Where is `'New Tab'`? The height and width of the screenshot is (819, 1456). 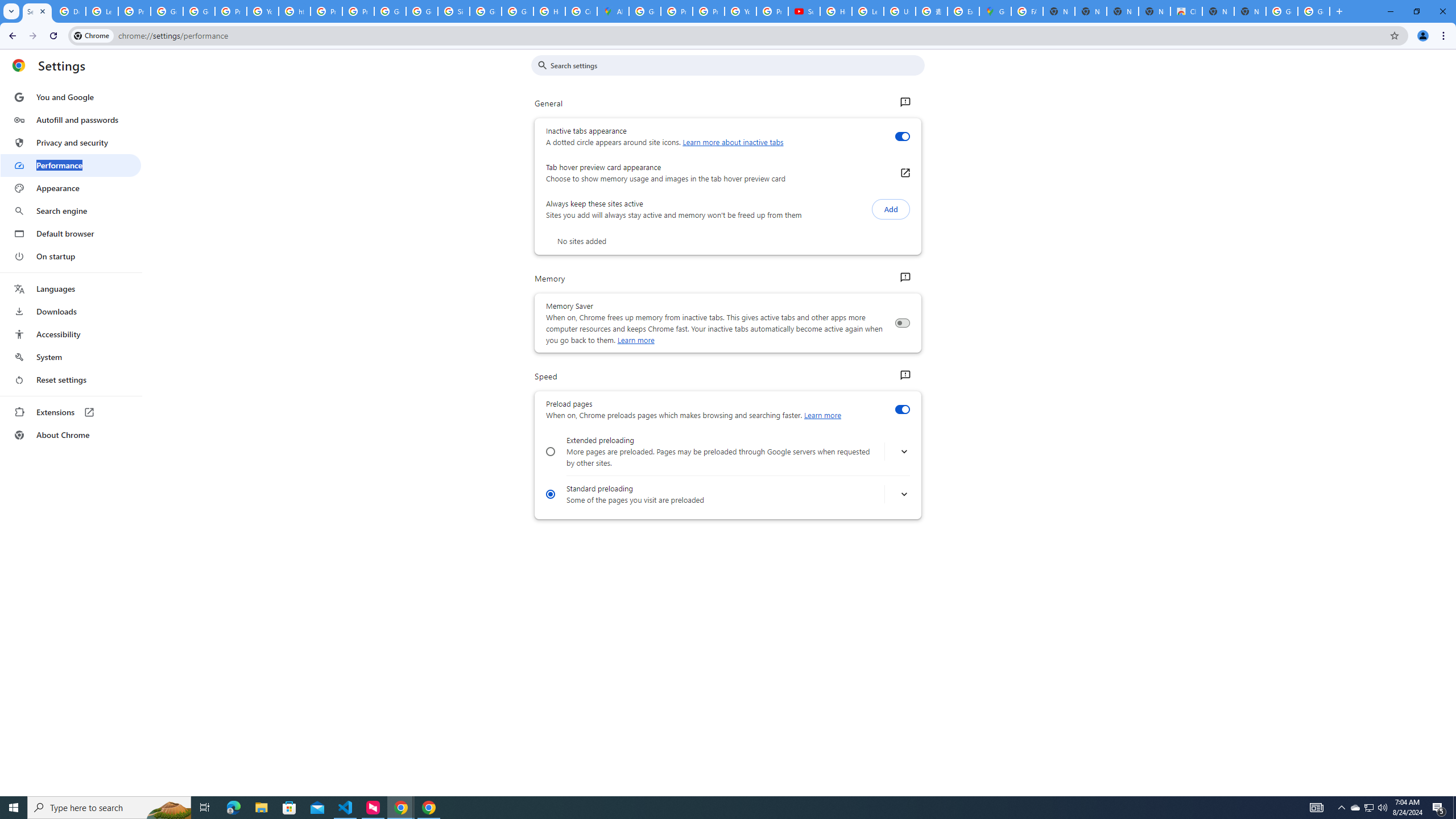 'New Tab' is located at coordinates (1250, 11).